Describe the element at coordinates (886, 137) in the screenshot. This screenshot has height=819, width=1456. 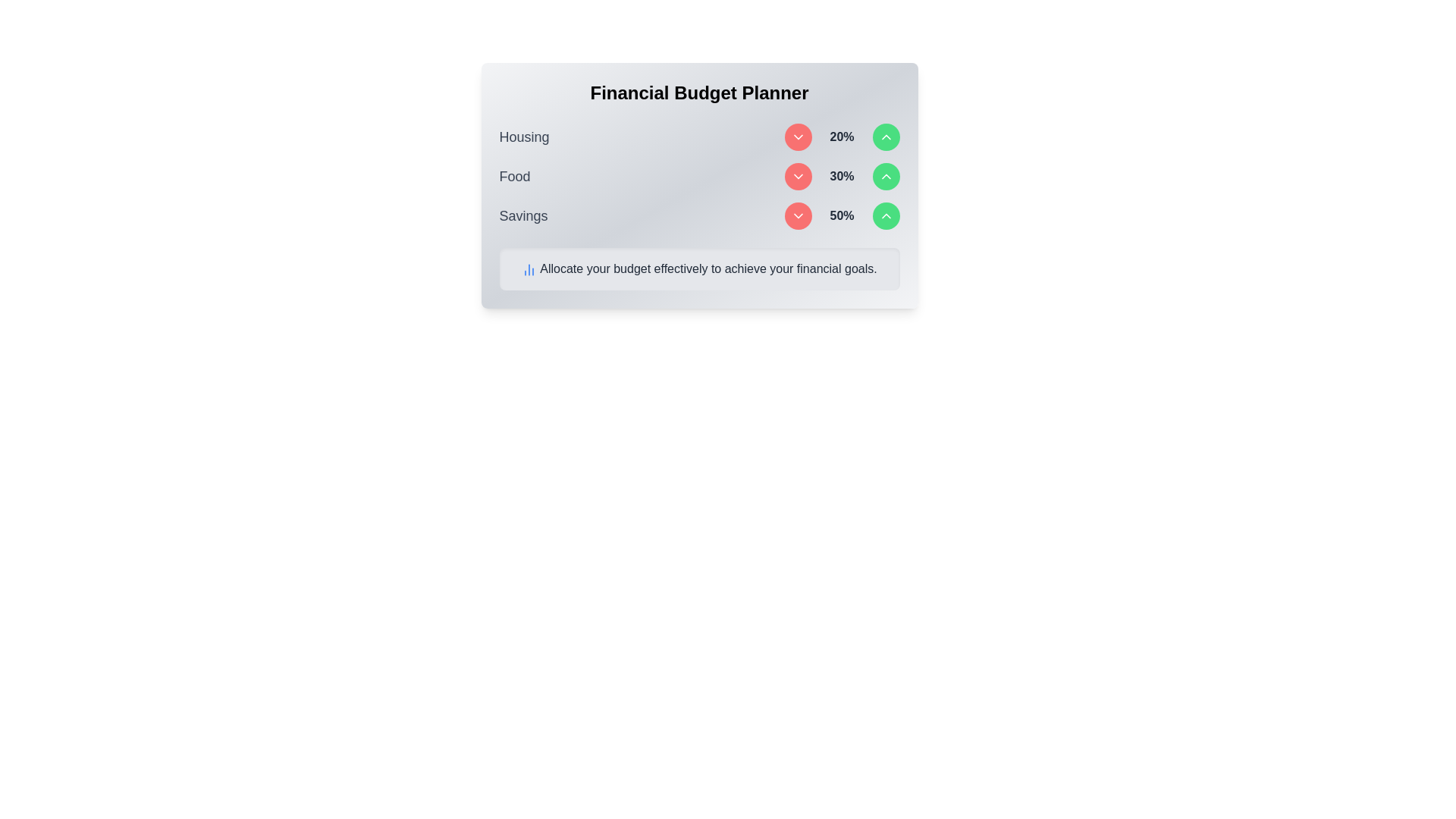
I see `the green circular button with a white upward-pointing chevron icon, located at the rightmost side of the '20%' row, to observe its hover effect` at that location.